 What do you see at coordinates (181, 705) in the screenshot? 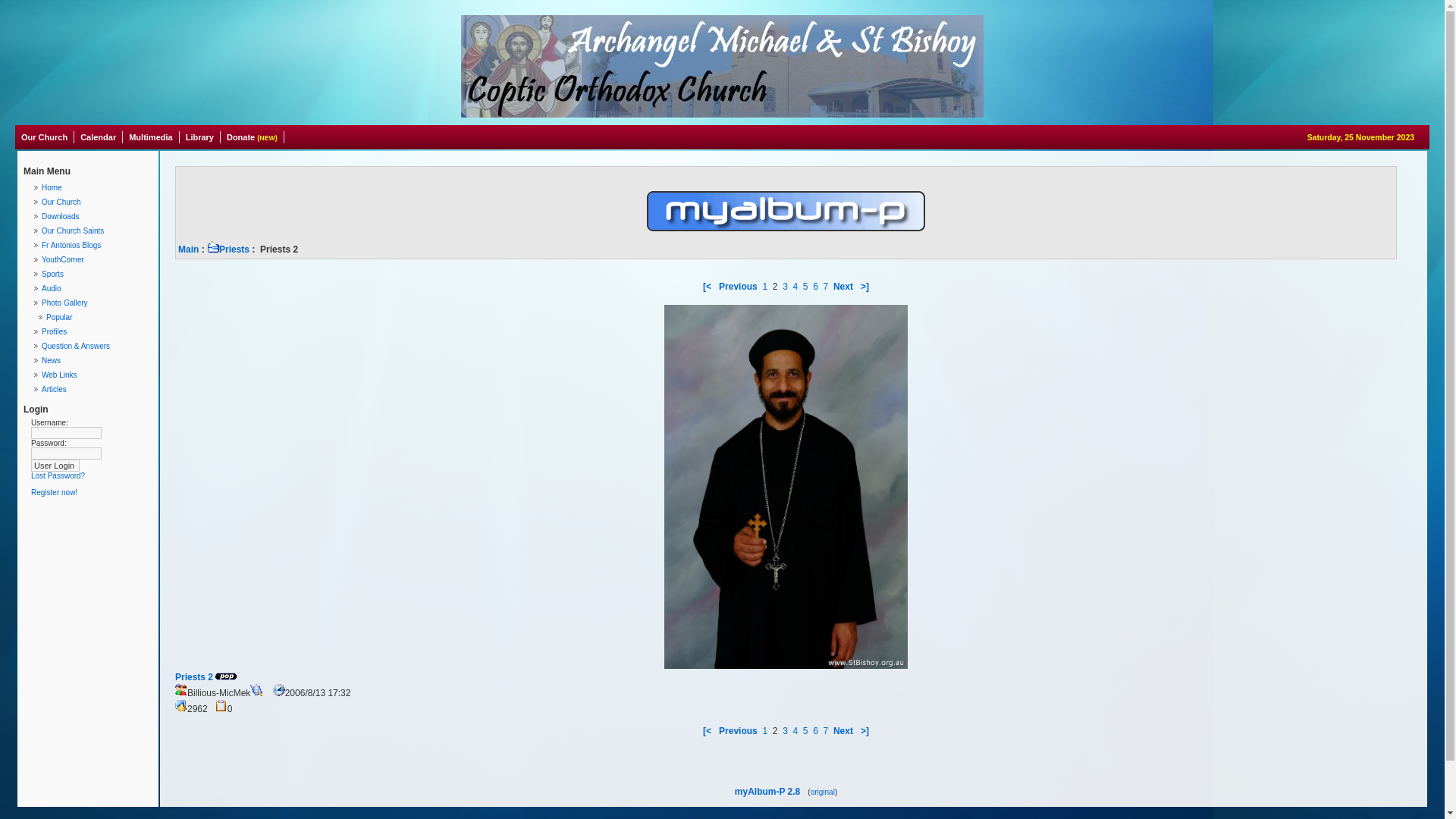
I see `'Hits'` at bounding box center [181, 705].